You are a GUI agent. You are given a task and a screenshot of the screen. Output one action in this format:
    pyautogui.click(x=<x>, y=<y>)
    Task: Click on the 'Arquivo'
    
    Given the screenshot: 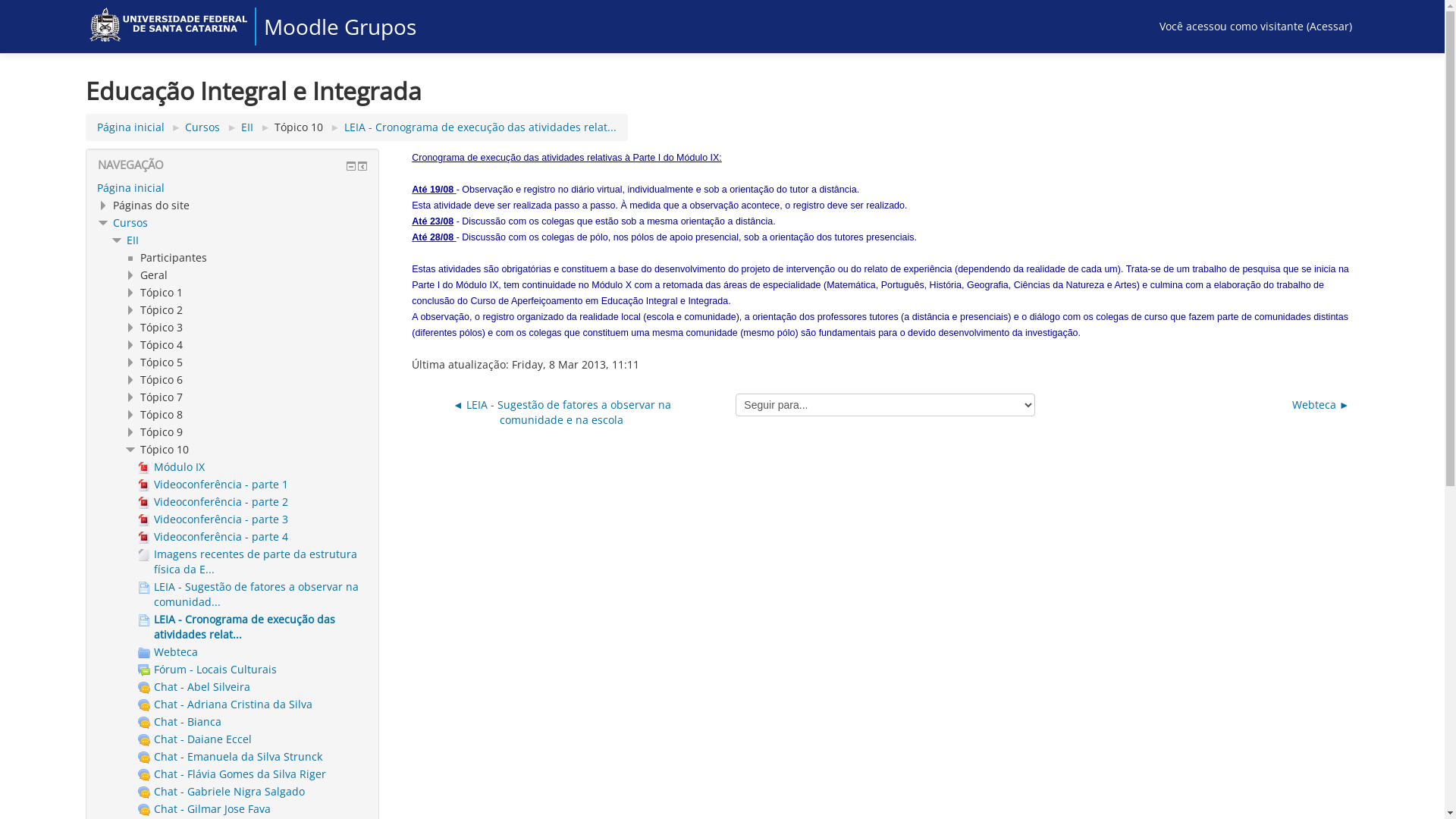 What is the action you would take?
    pyautogui.click(x=138, y=503)
    